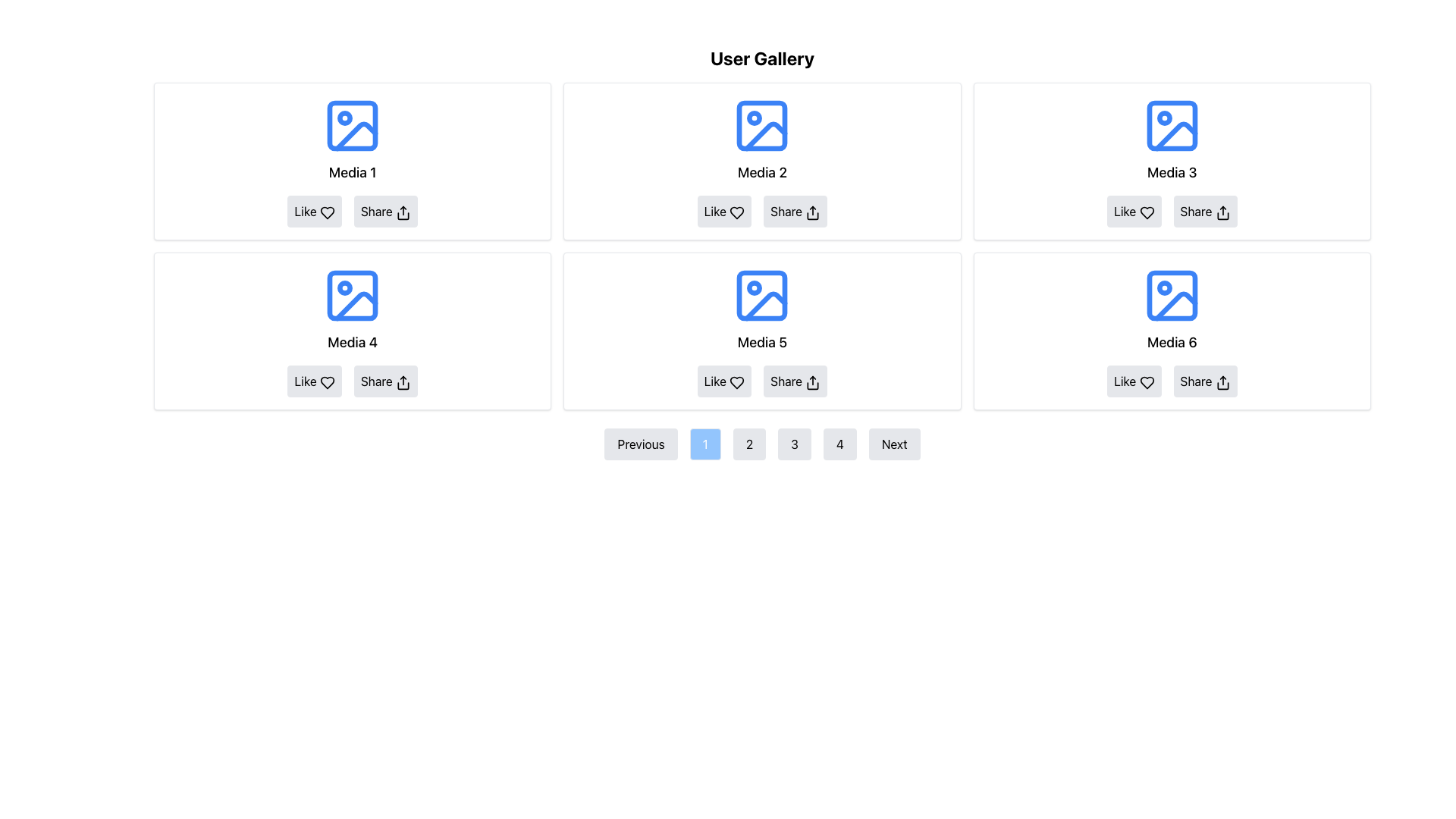 The image size is (1456, 819). I want to click on the Horizontal button group below the 'Media 5' image to trigger visual feedback, so click(762, 380).